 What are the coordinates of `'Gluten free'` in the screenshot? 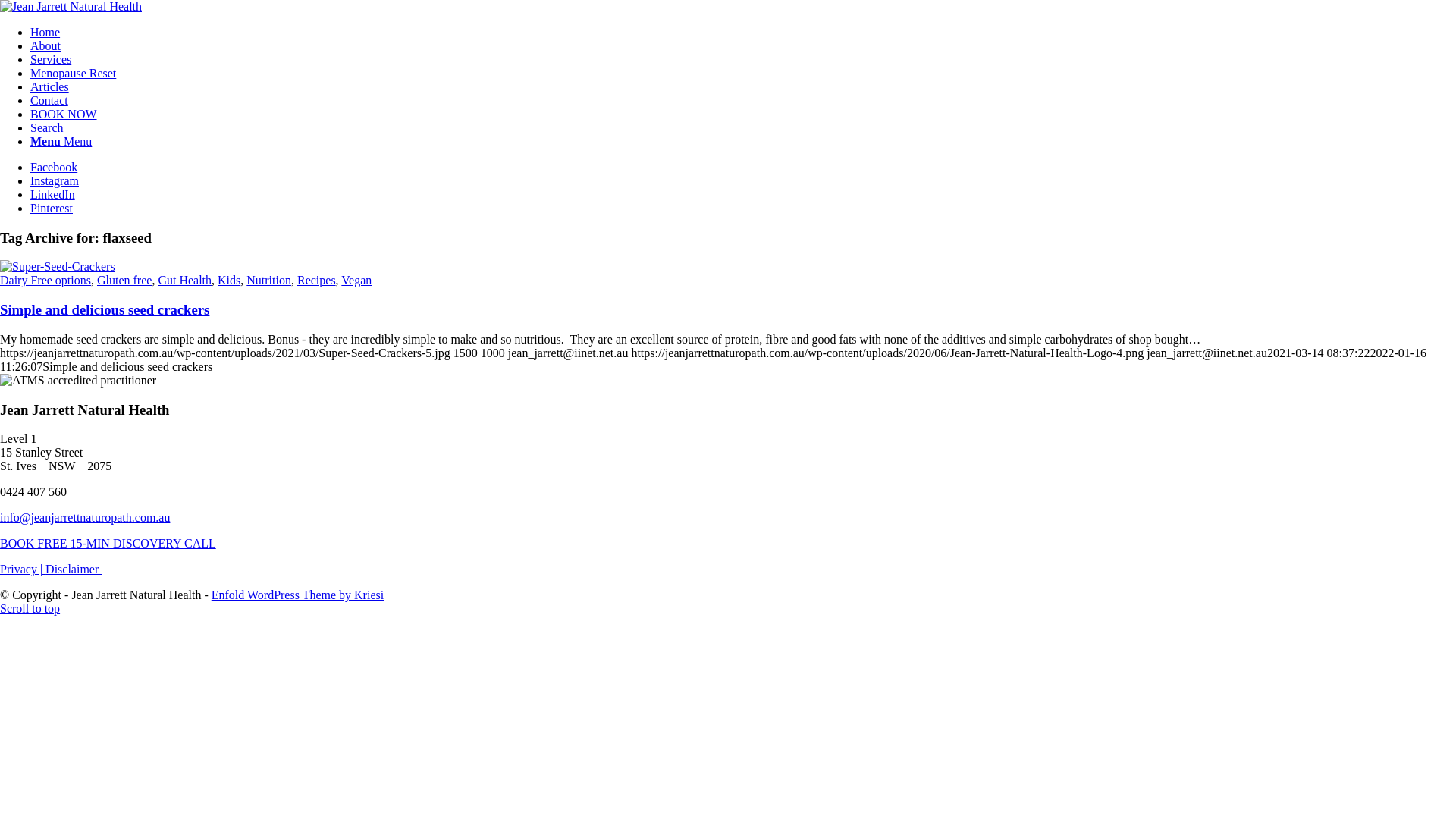 It's located at (124, 280).